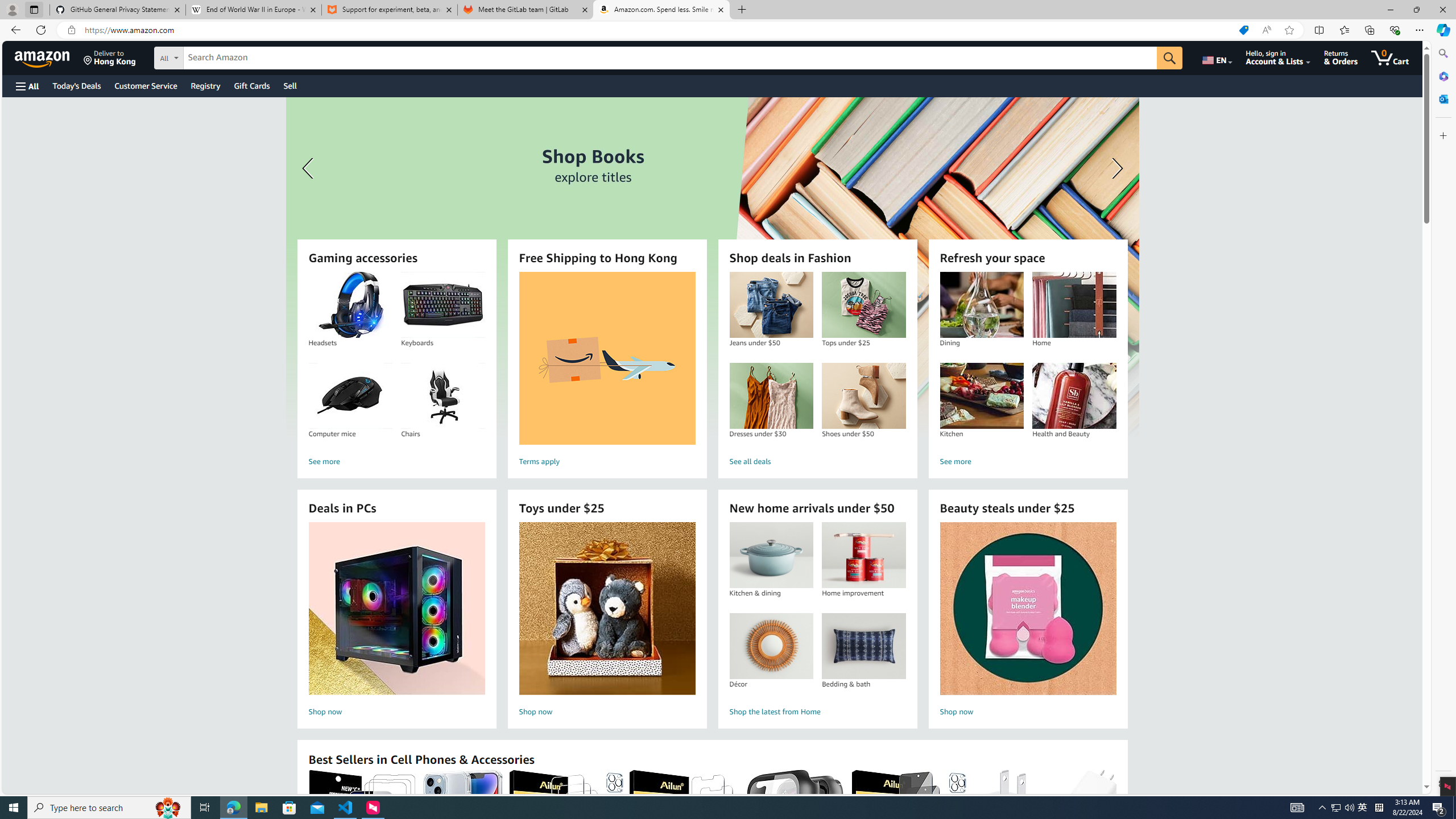 This screenshot has height=819, width=1456. I want to click on 'Amazon.com. Spend less. Smile more.', so click(660, 9).